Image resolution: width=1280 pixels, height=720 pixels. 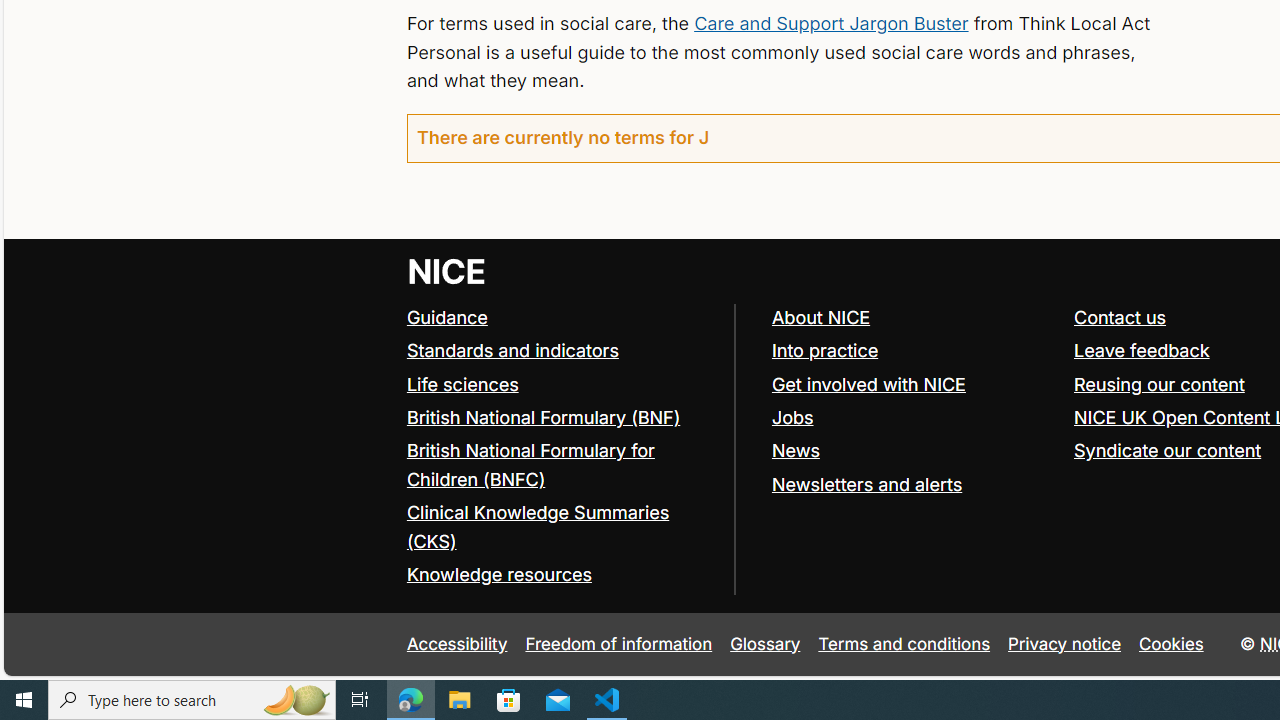 What do you see at coordinates (445, 316) in the screenshot?
I see `'Guidance'` at bounding box center [445, 316].